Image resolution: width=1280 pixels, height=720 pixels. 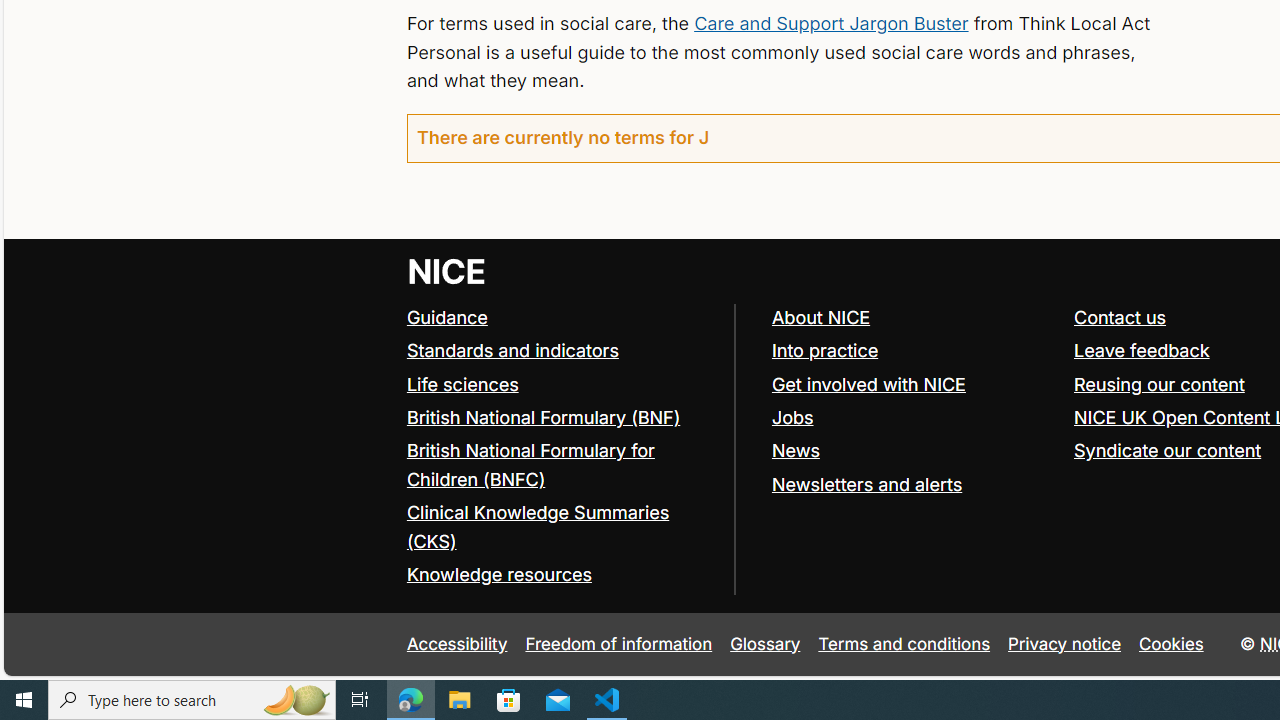 What do you see at coordinates (445, 316) in the screenshot?
I see `'Guidance'` at bounding box center [445, 316].